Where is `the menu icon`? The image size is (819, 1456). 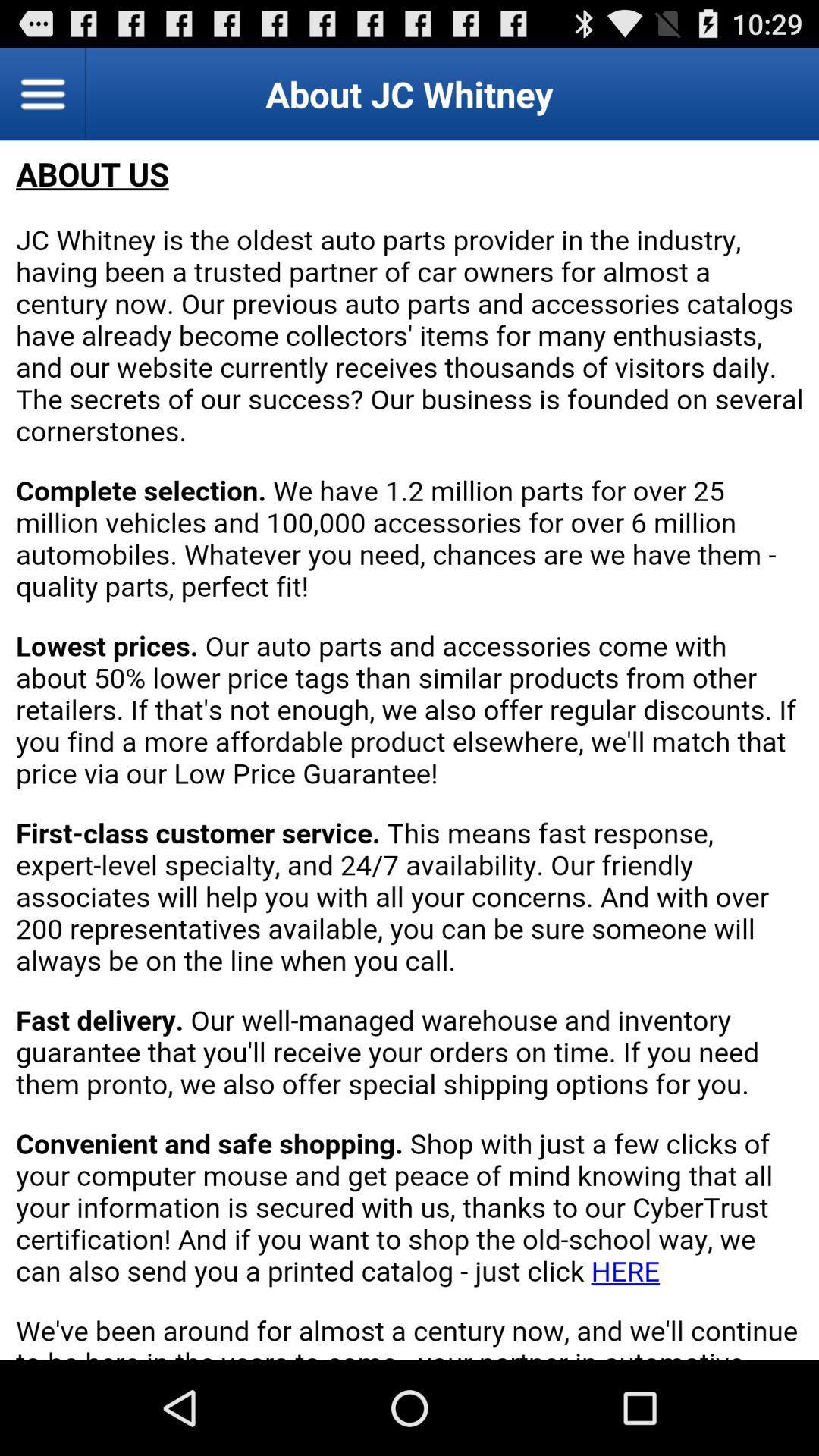
the menu icon is located at coordinates (42, 99).